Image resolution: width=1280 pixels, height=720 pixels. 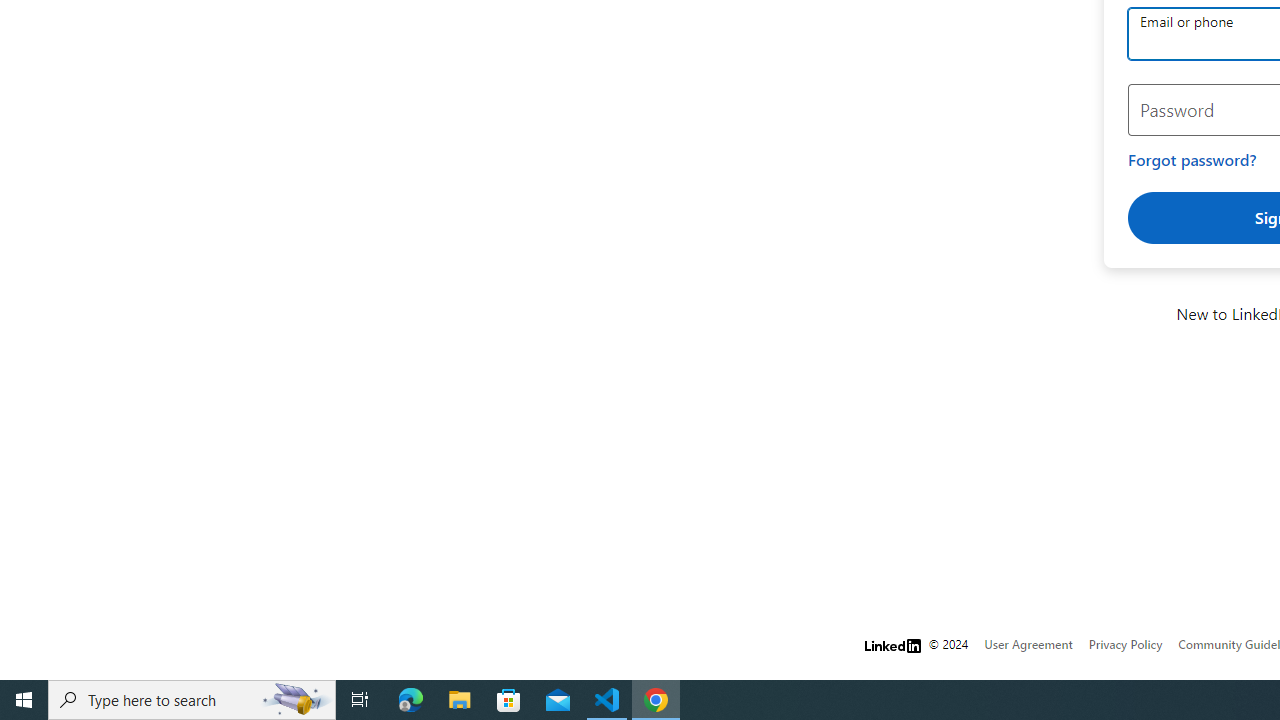 I want to click on 'User Agreement', so click(x=1028, y=644).